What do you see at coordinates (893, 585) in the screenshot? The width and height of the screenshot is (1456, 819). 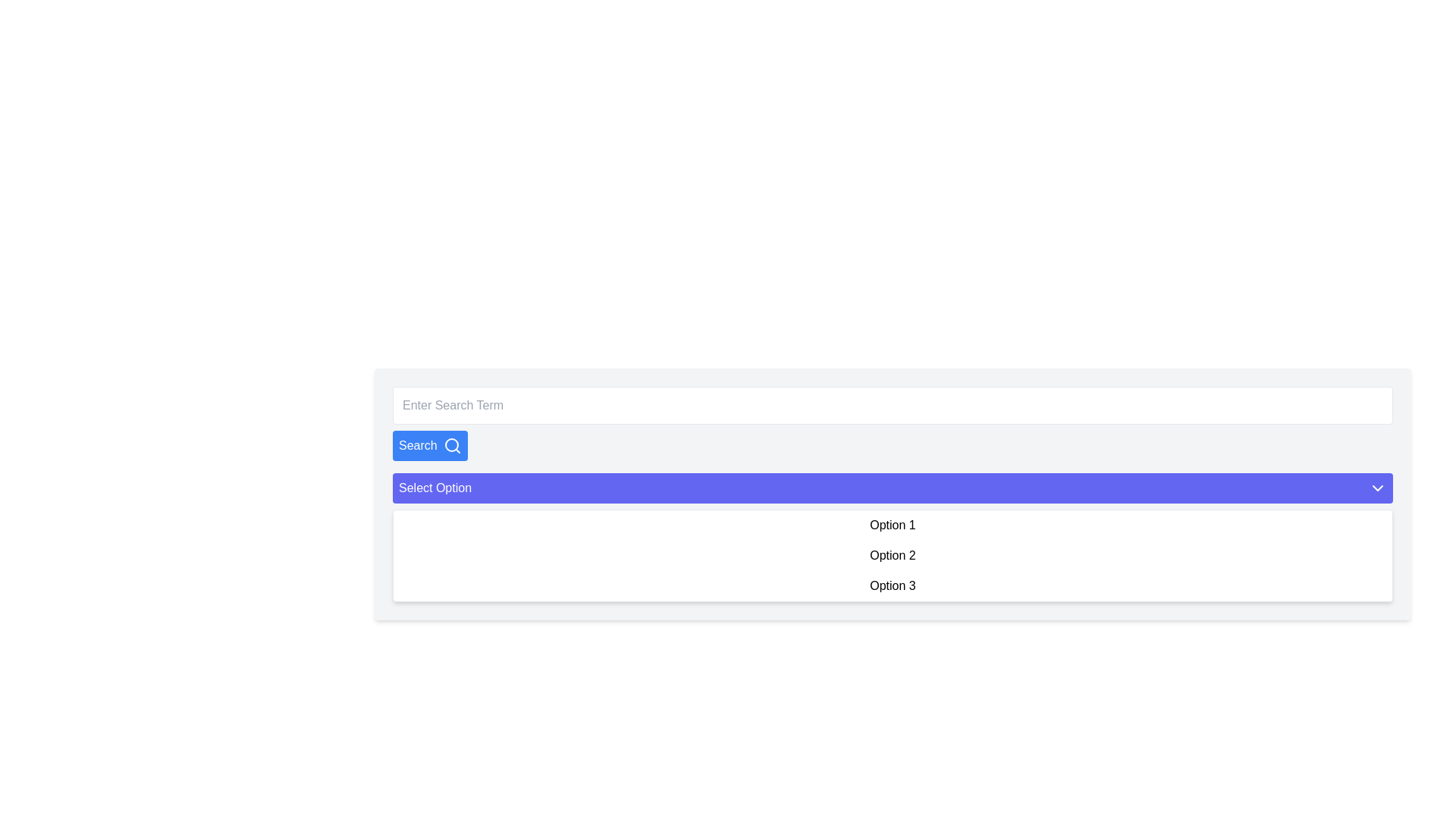 I see `the third option in the dropdown list, which is located directly below 'Option 2'` at bounding box center [893, 585].